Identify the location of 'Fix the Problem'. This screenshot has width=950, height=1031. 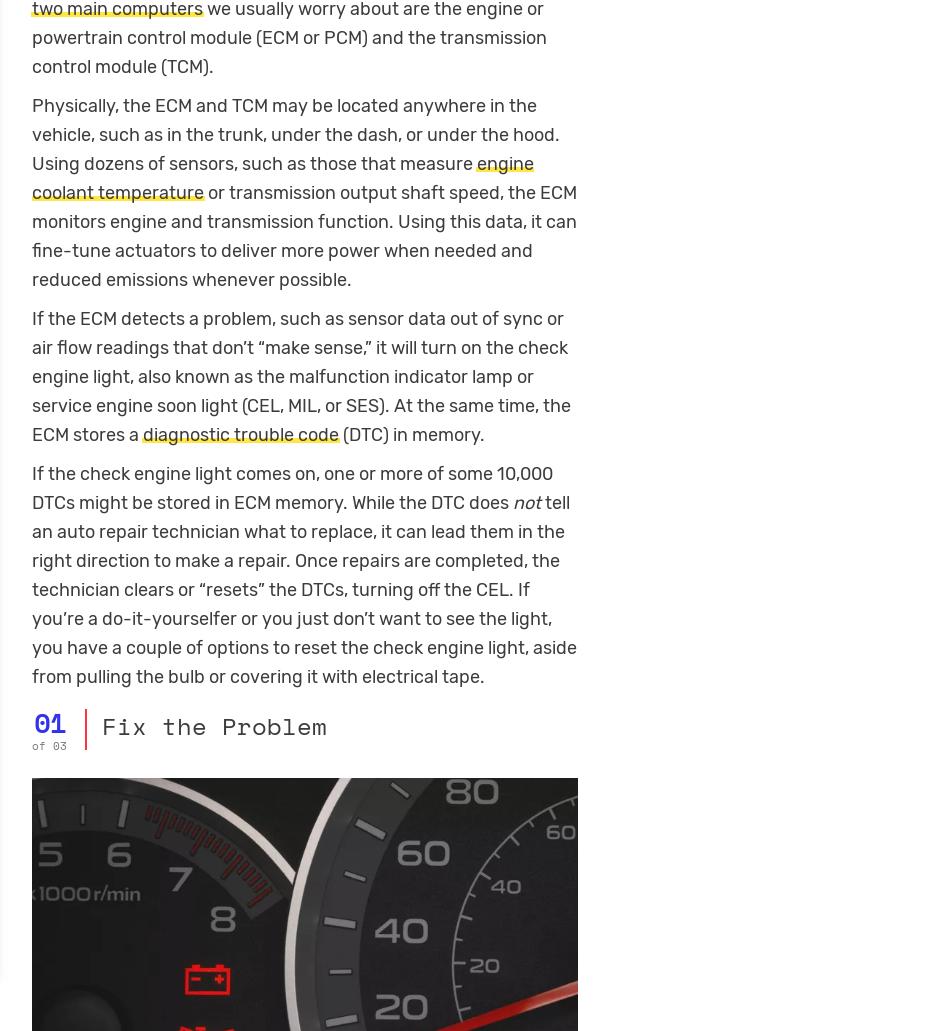
(213, 725).